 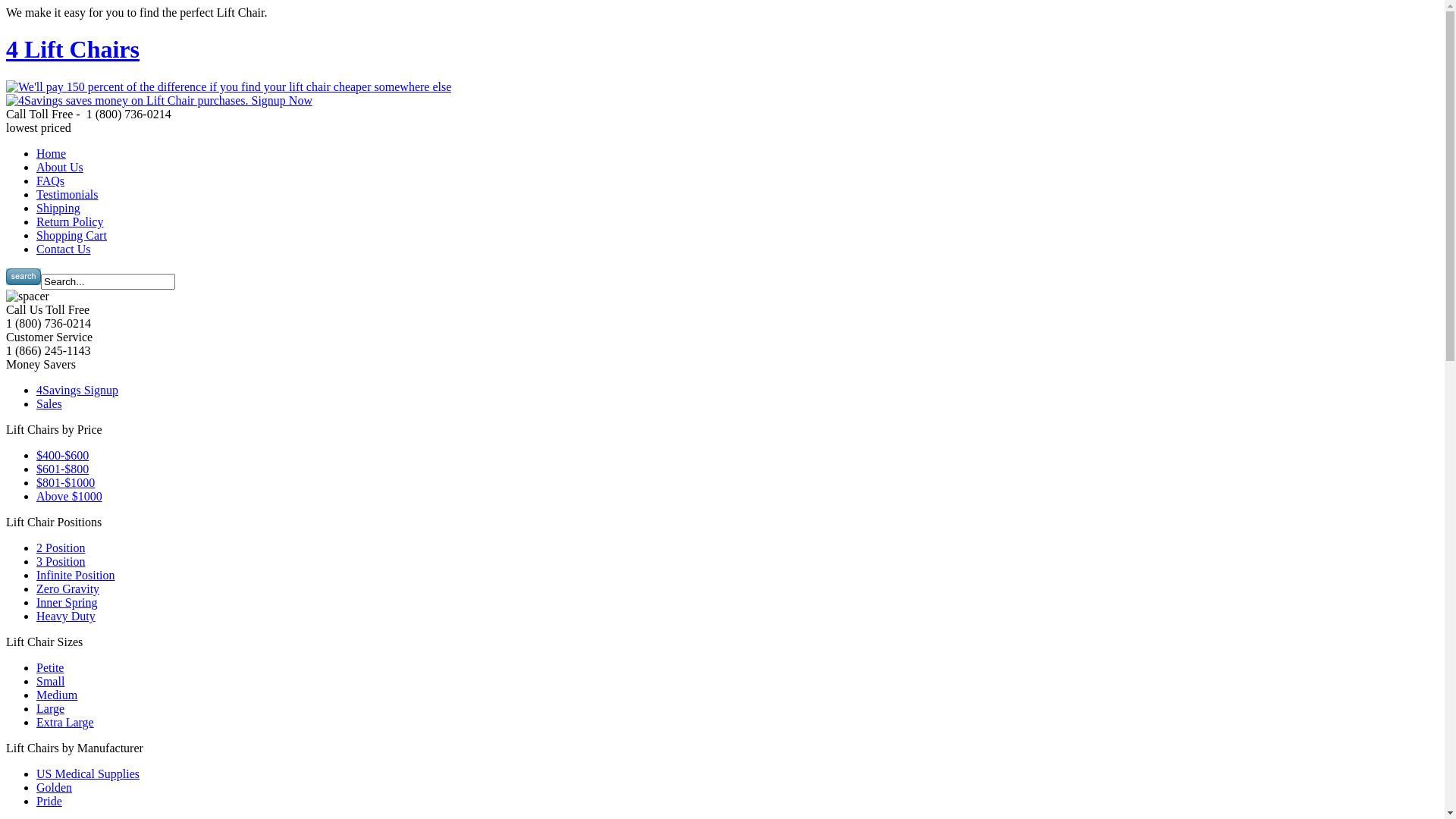 I want to click on '$601-$800', so click(x=61, y=468).